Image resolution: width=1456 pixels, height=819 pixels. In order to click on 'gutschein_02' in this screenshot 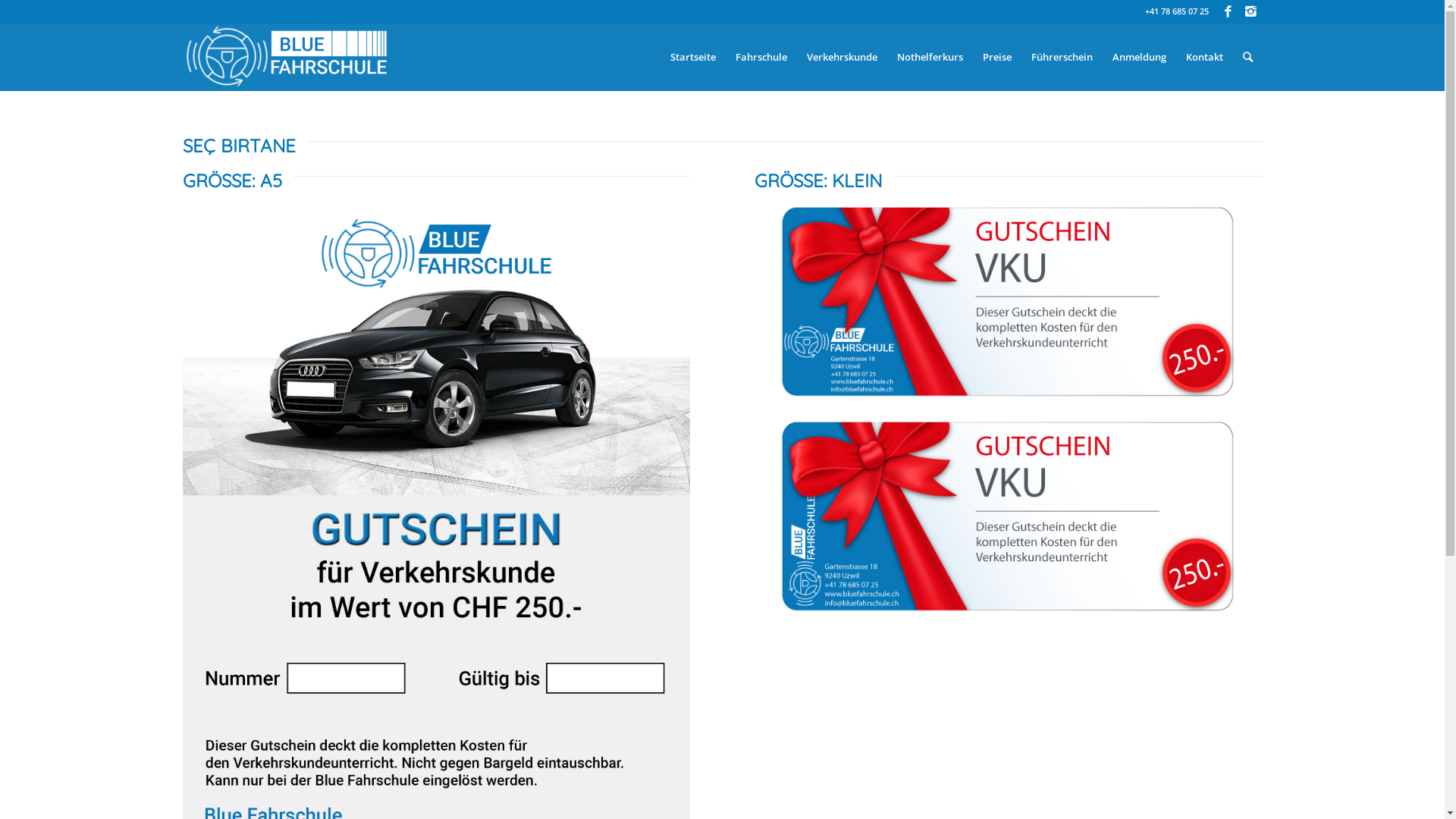, I will do `click(1008, 301)`.